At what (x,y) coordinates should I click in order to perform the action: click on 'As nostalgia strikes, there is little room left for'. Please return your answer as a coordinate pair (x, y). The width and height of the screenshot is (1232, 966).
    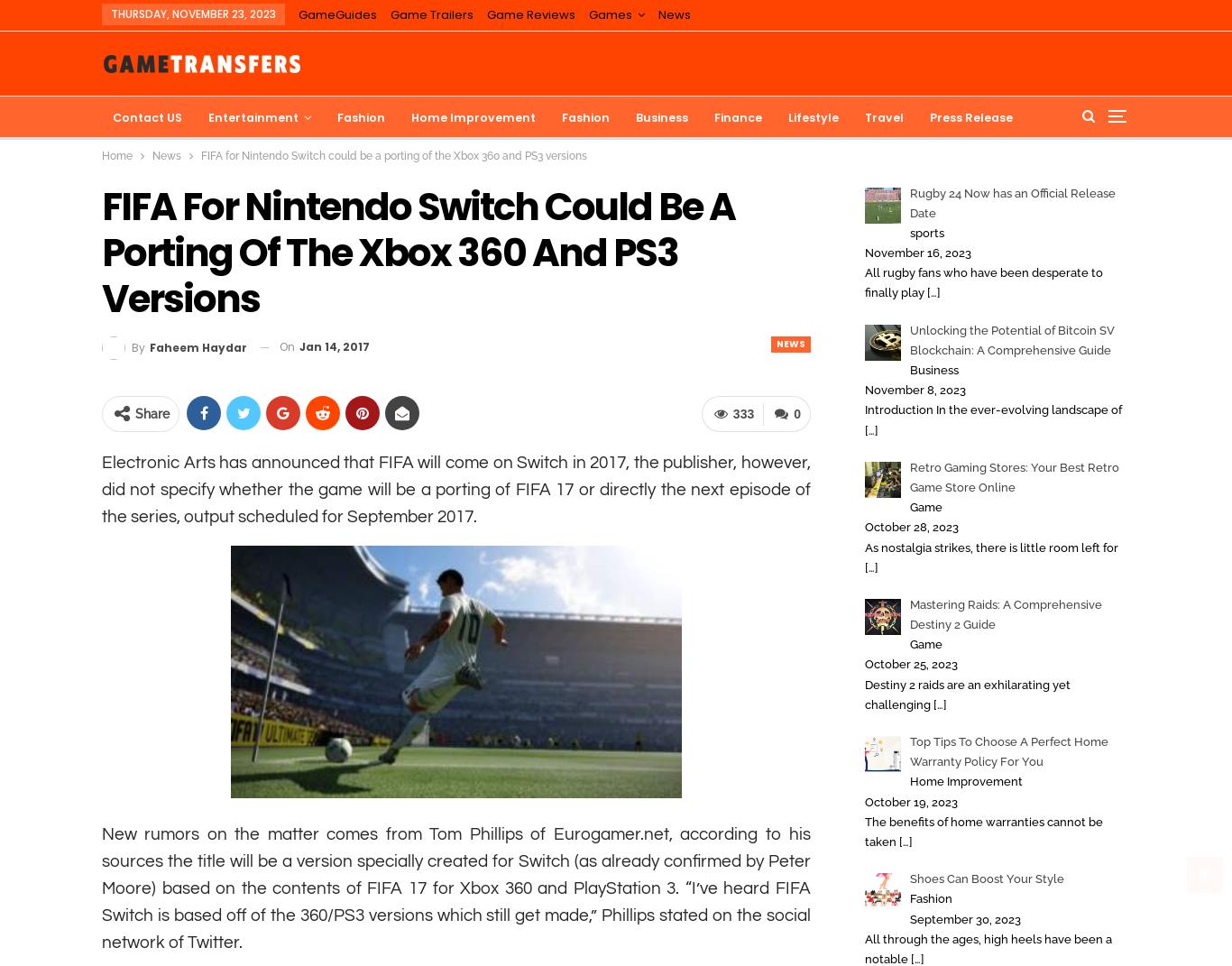
    Looking at the image, I should click on (990, 547).